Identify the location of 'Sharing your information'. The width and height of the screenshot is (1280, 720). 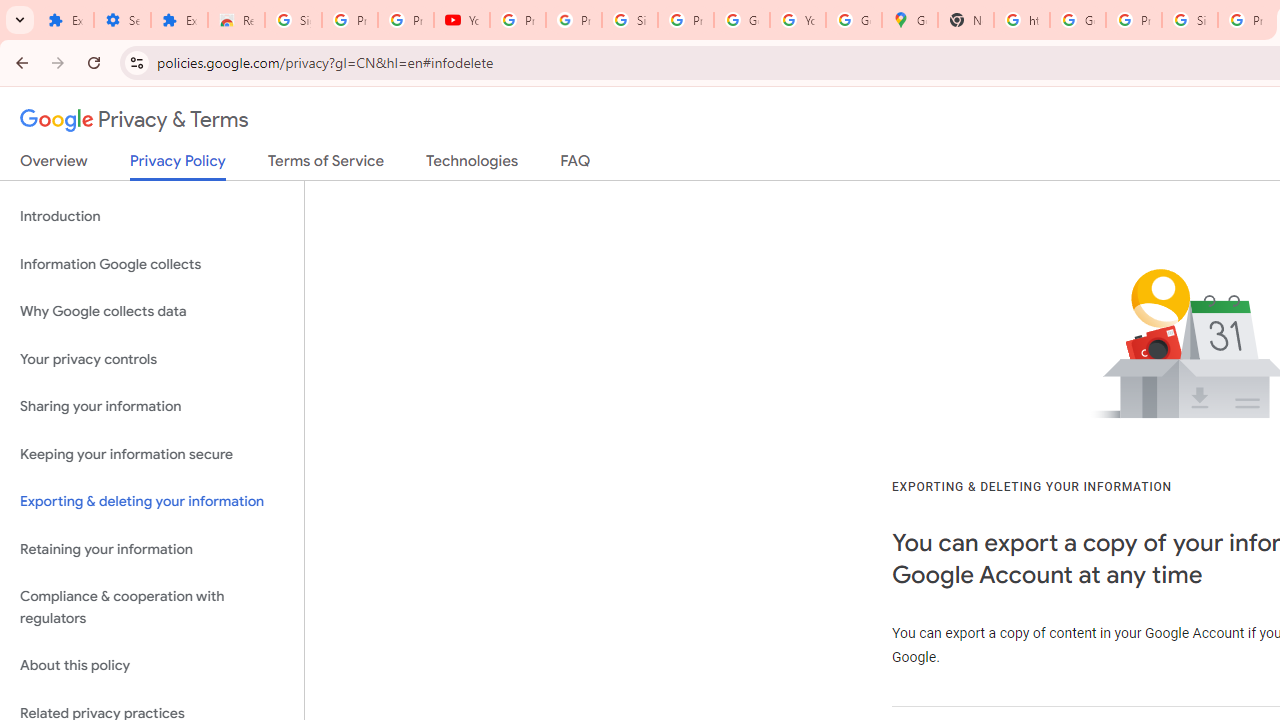
(151, 406).